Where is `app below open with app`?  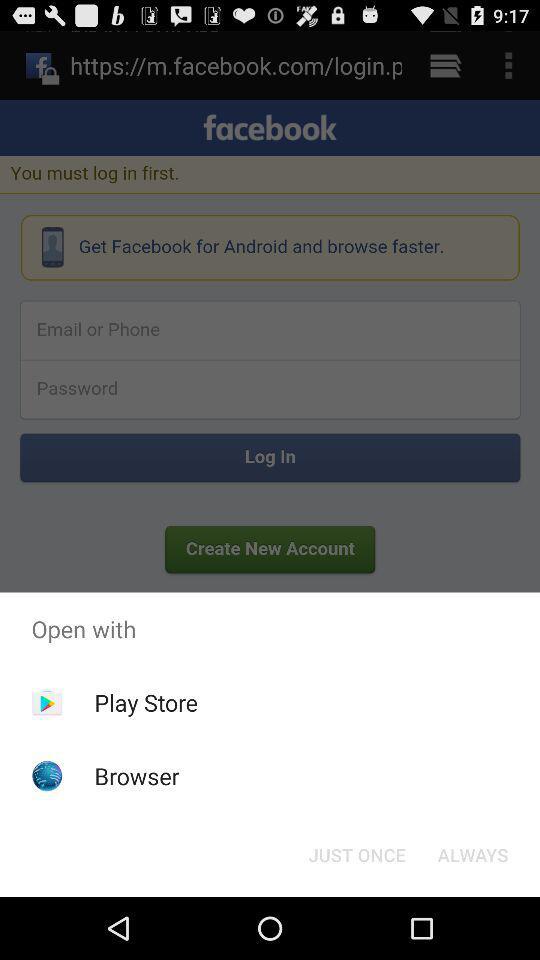
app below open with app is located at coordinates (145, 702).